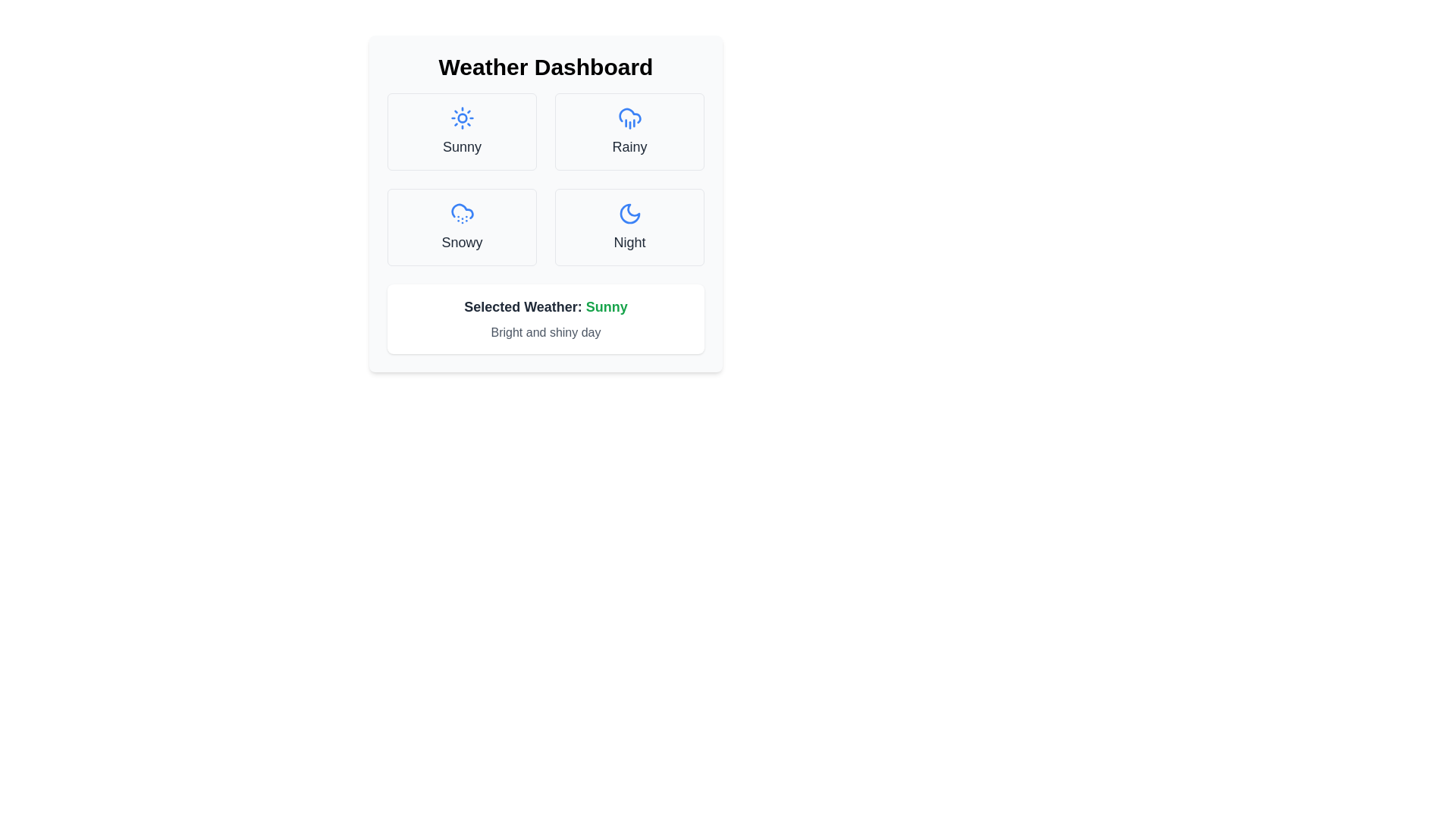  I want to click on the 'Snowy' button located in the bottom-left of the grid layout, so click(461, 227).